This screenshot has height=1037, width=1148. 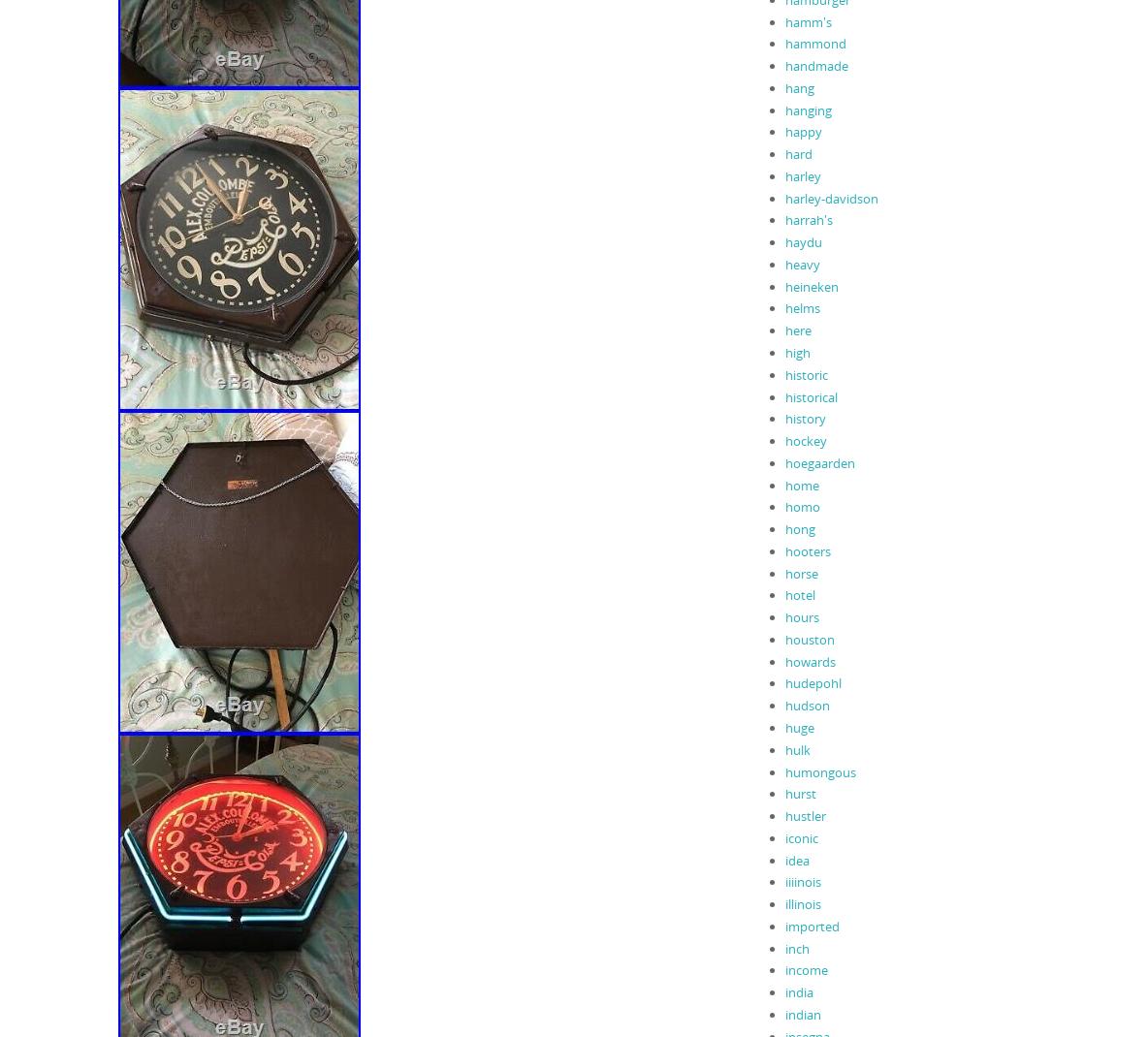 I want to click on 'hustler', so click(x=804, y=815).